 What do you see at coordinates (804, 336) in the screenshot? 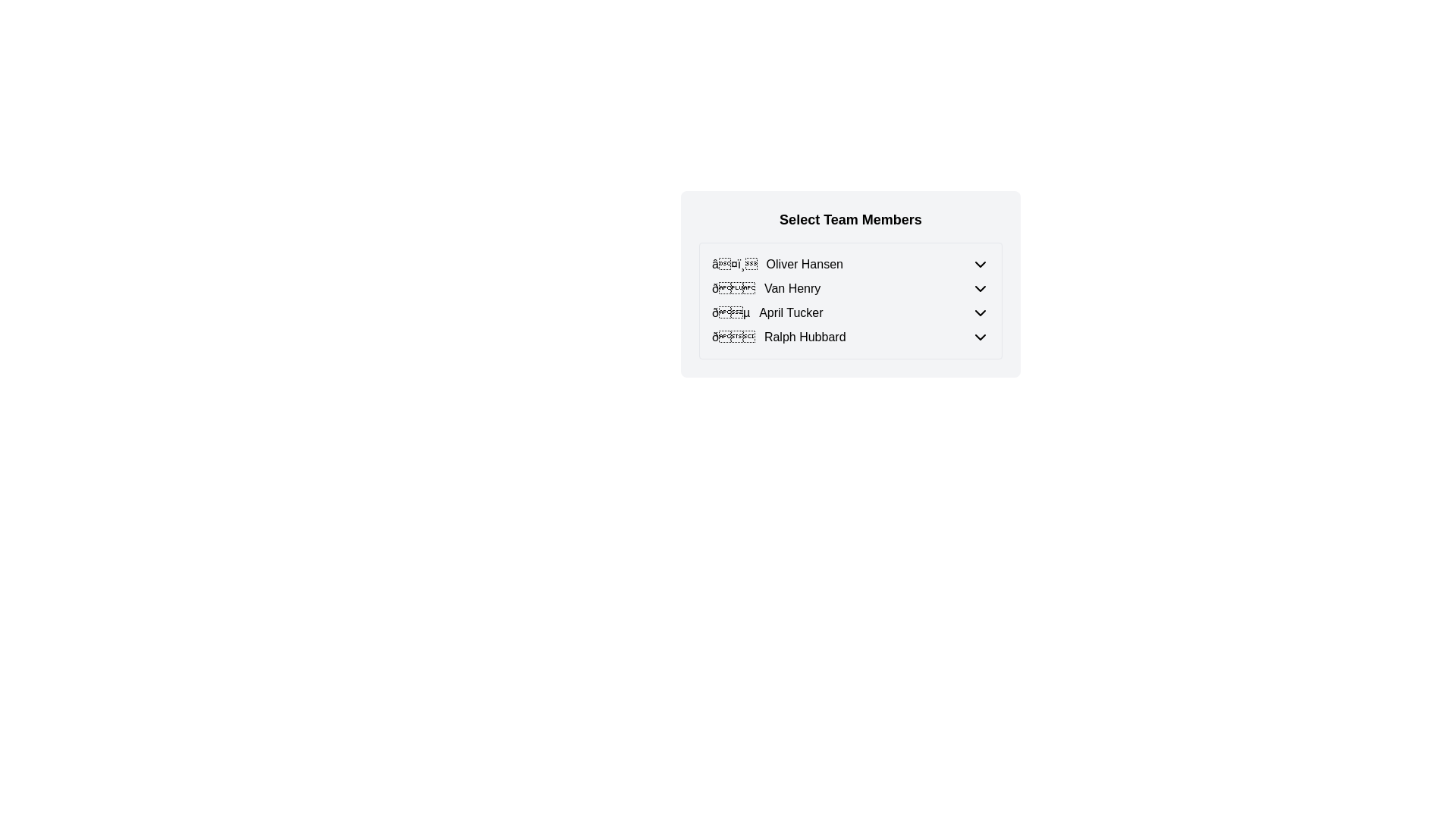
I see `the text label displaying the name 'Ralph Hubbard', which is the fourth item in a vertical list of team members` at bounding box center [804, 336].